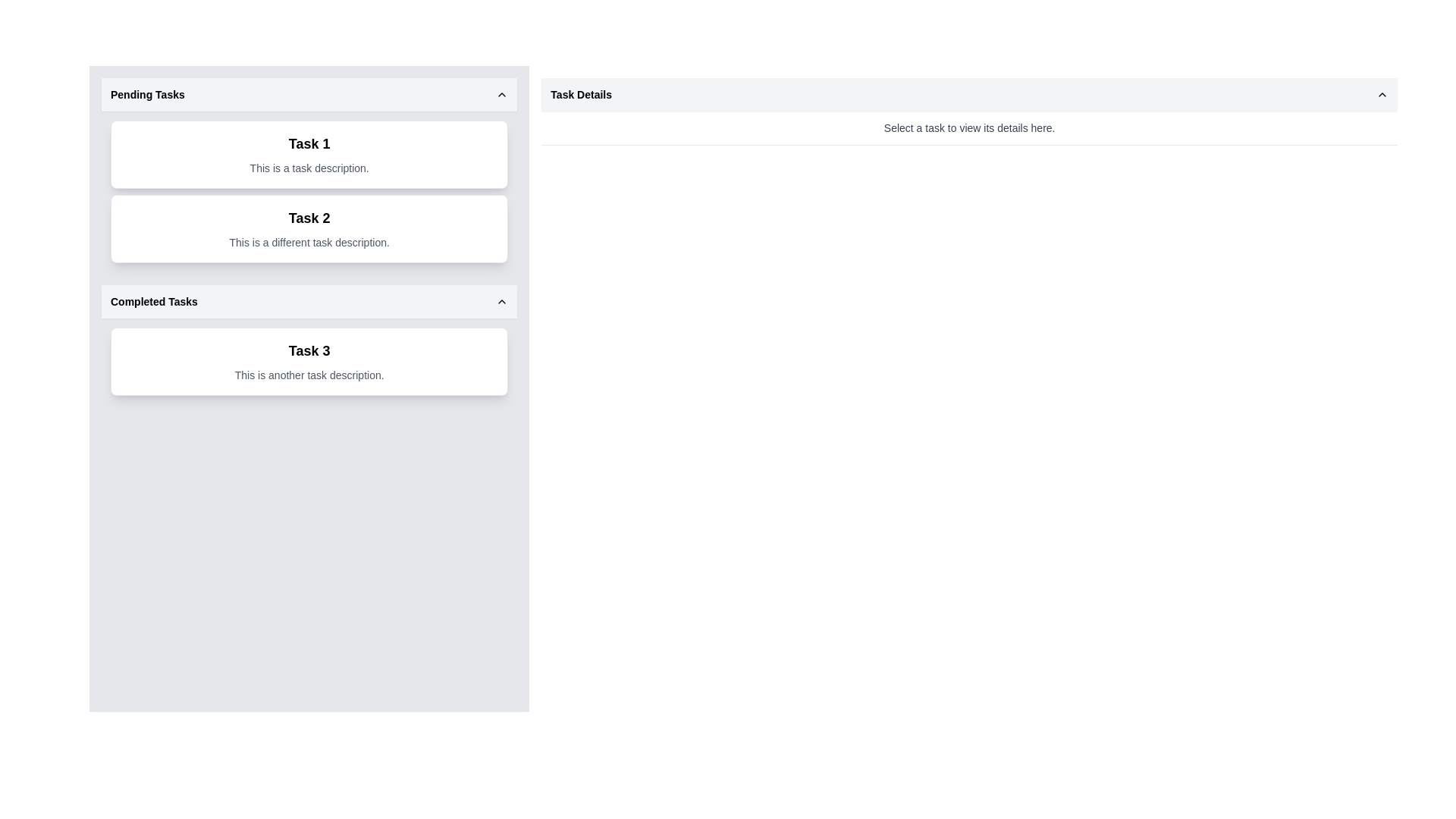 The image size is (1456, 819). What do you see at coordinates (502, 94) in the screenshot?
I see `the chevron icon located at the right end of the 'Pending Tasks' header` at bounding box center [502, 94].